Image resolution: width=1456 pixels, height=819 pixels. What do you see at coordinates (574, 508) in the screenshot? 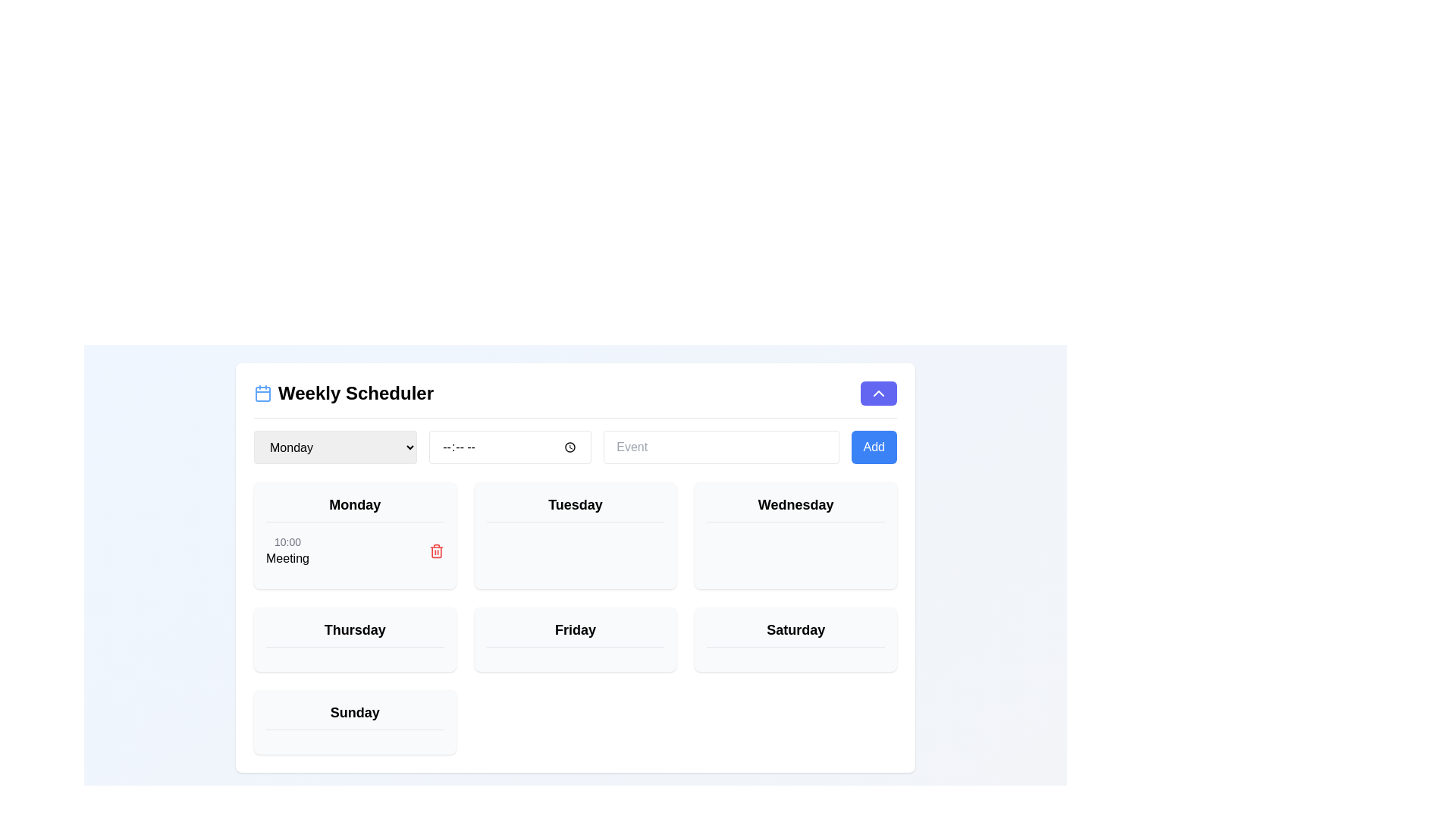
I see `the text label displaying 'Tuesday'` at bounding box center [574, 508].